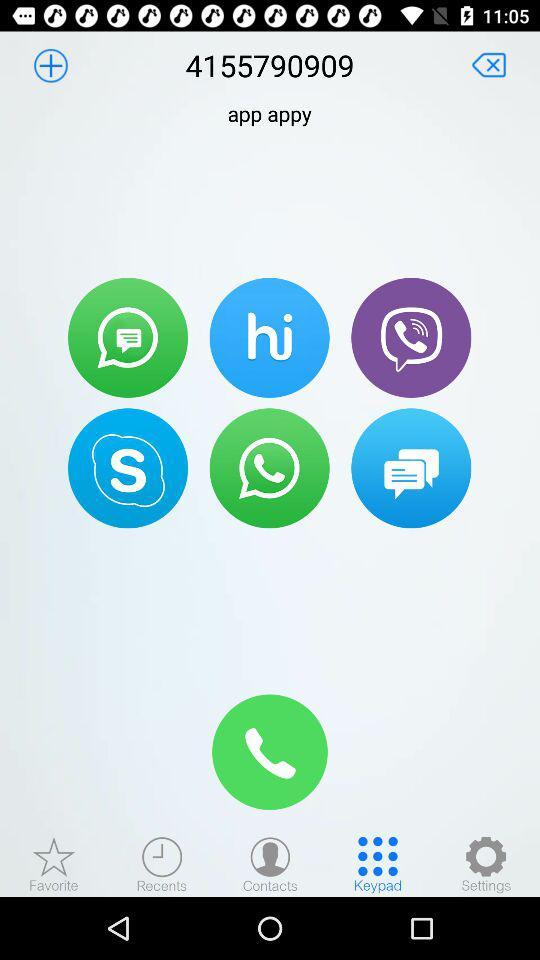  What do you see at coordinates (269, 468) in the screenshot?
I see `make call` at bounding box center [269, 468].